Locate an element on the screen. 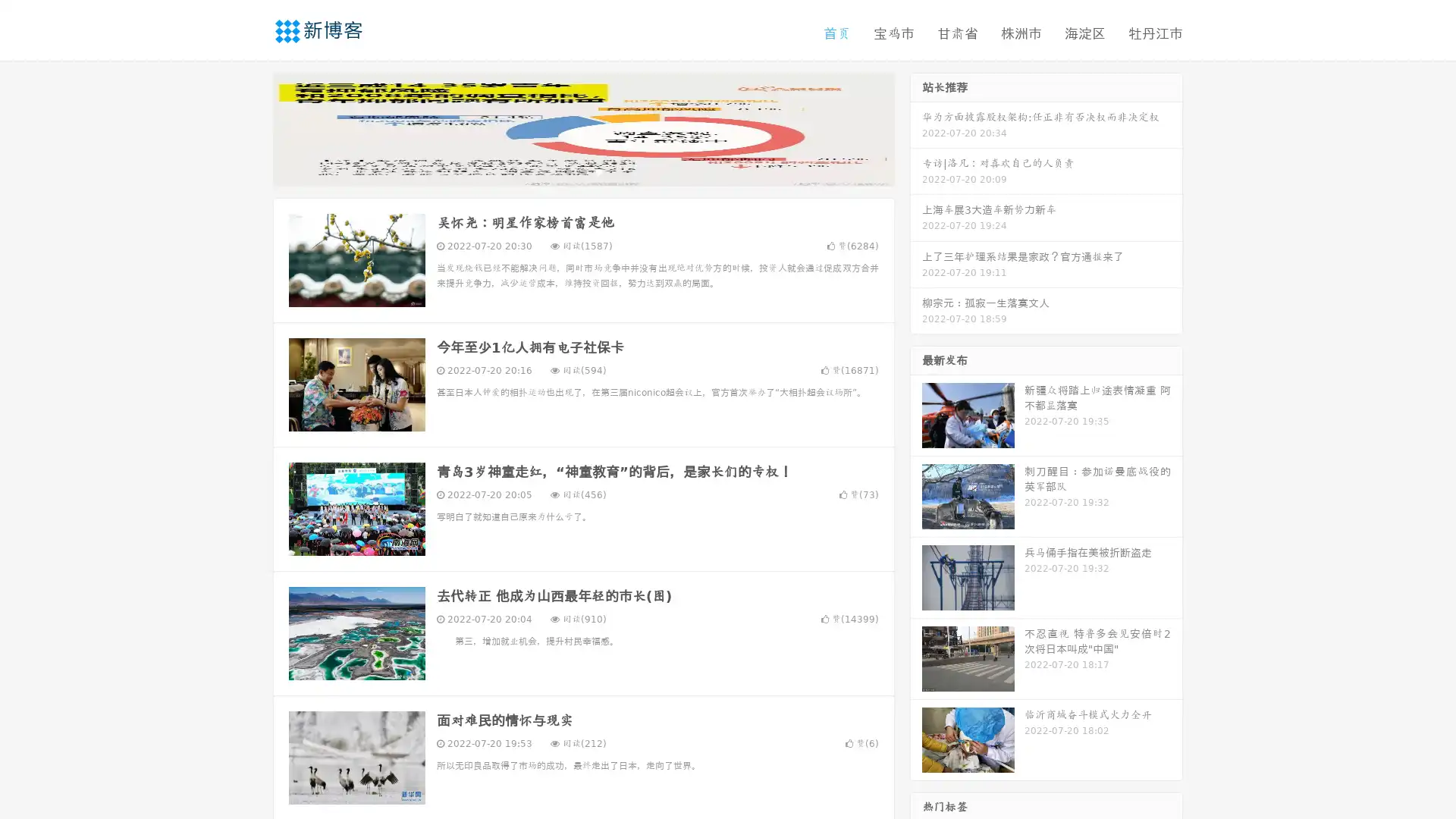  Go to slide 3 is located at coordinates (598, 171).